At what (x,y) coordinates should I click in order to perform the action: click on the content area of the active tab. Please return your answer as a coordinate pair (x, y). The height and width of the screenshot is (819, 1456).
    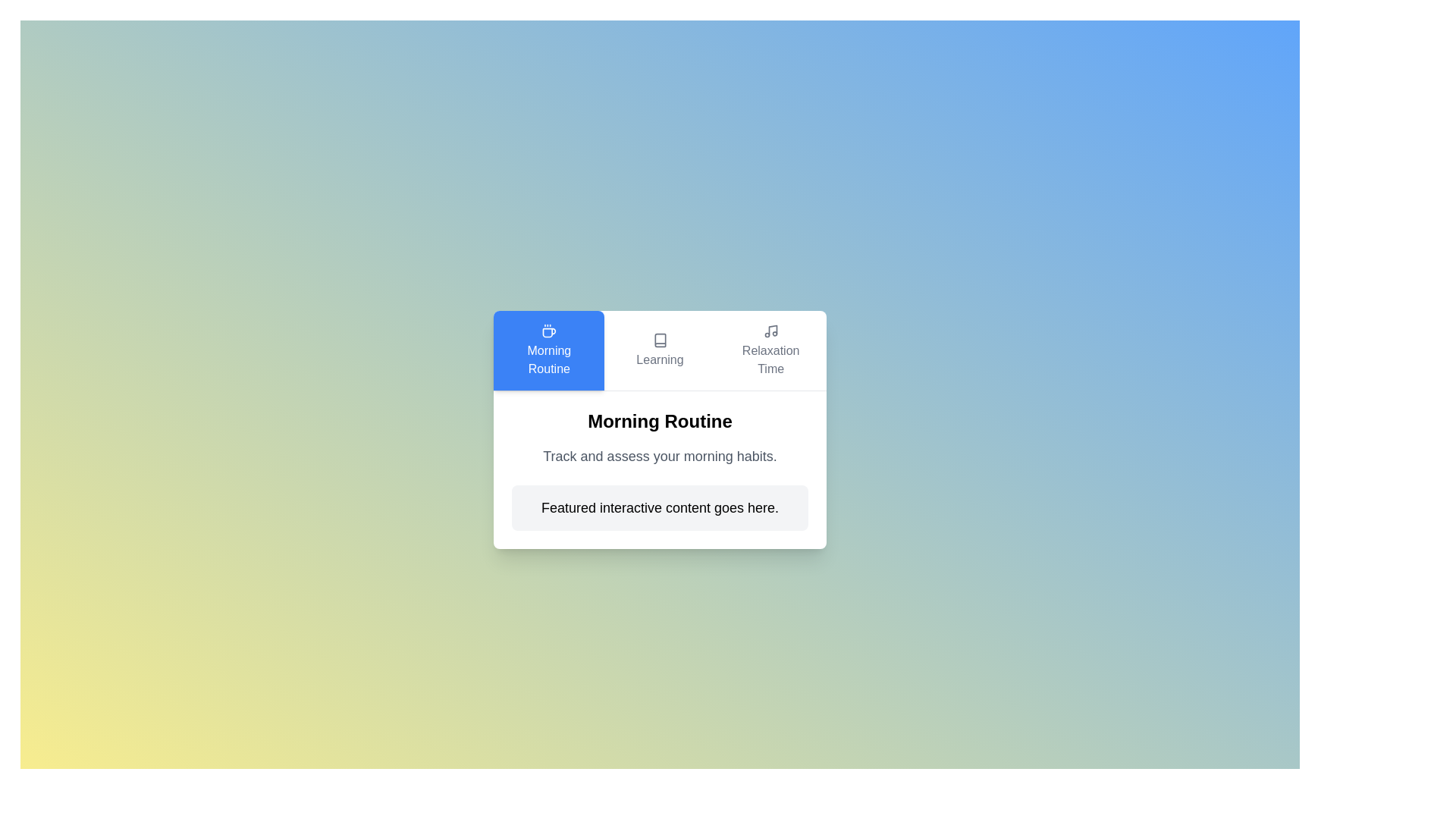
    Looking at the image, I should click on (660, 469).